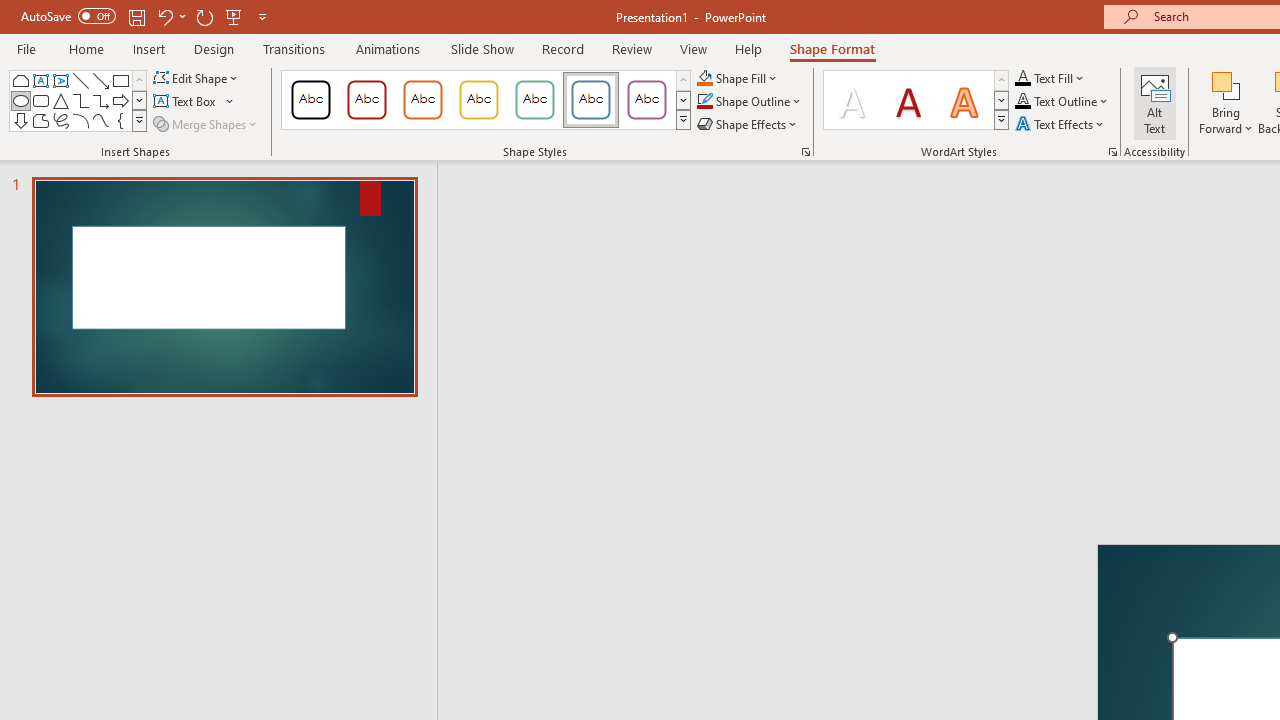 The image size is (1280, 720). Describe the element at coordinates (367, 100) in the screenshot. I see `'Colored Outline - Dark Red, Accent 1'` at that location.